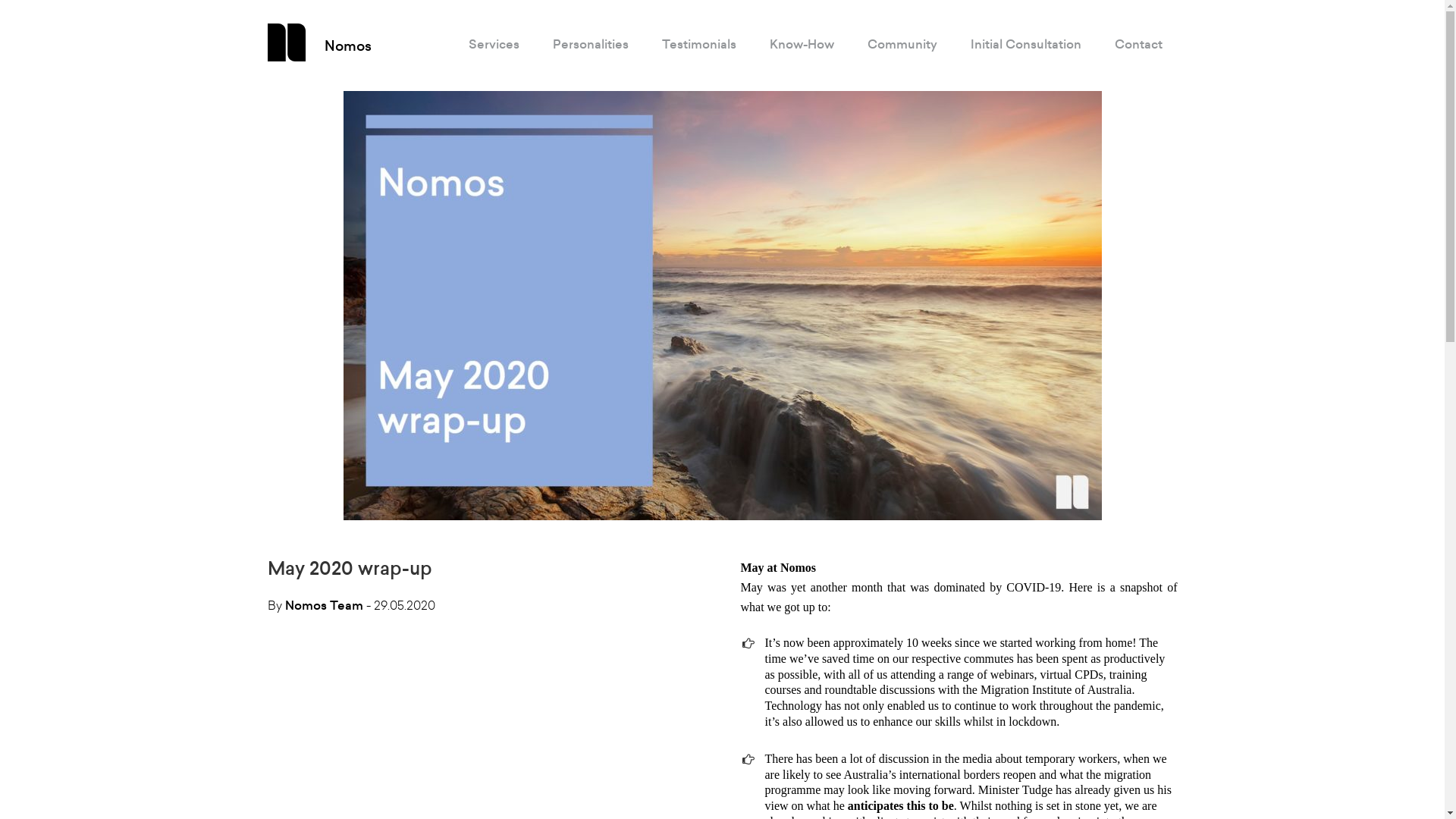 This screenshot has height=819, width=1456. I want to click on 'Community', so click(902, 43).